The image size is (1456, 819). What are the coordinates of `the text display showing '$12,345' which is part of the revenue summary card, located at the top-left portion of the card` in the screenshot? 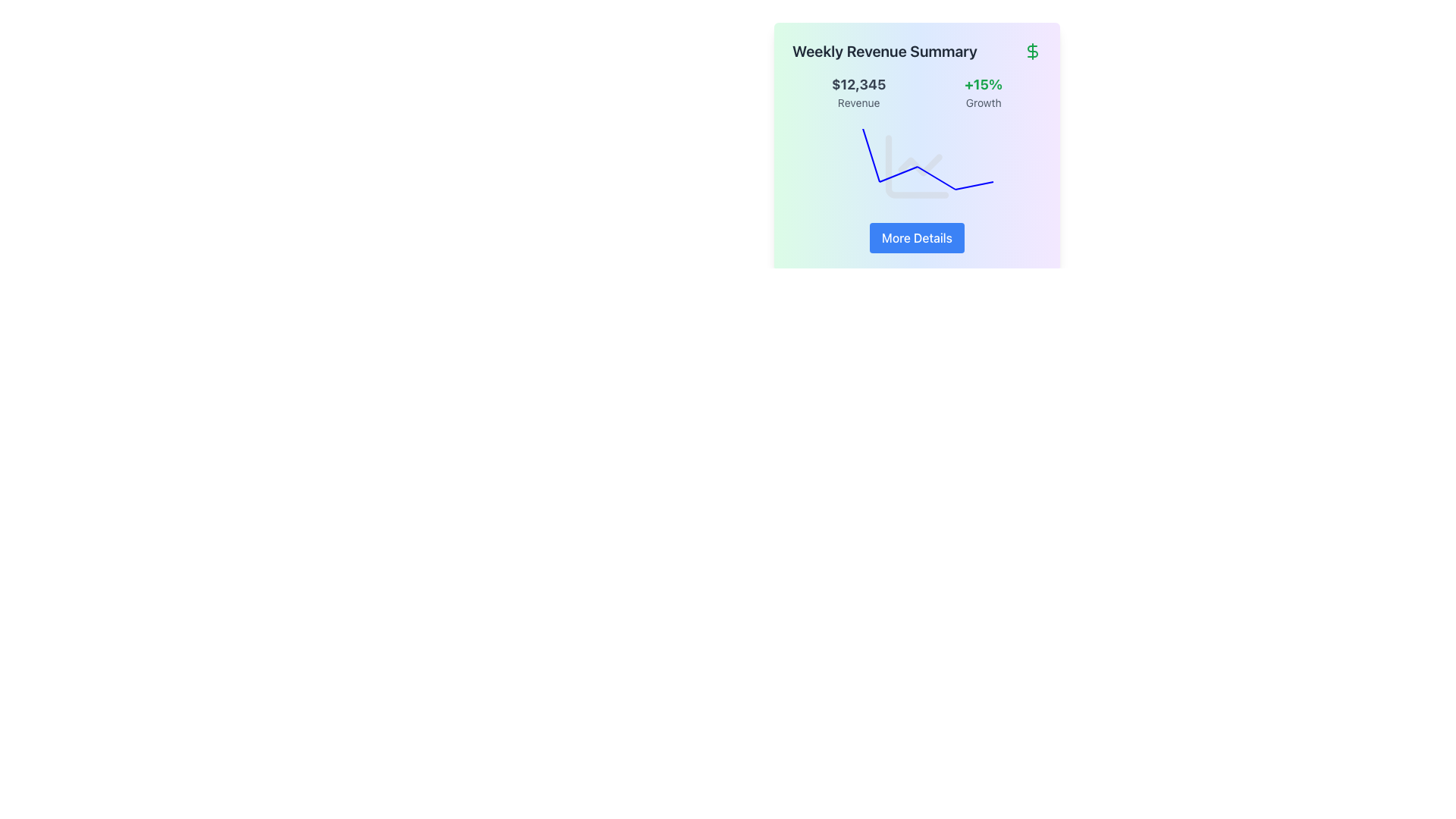 It's located at (858, 93).